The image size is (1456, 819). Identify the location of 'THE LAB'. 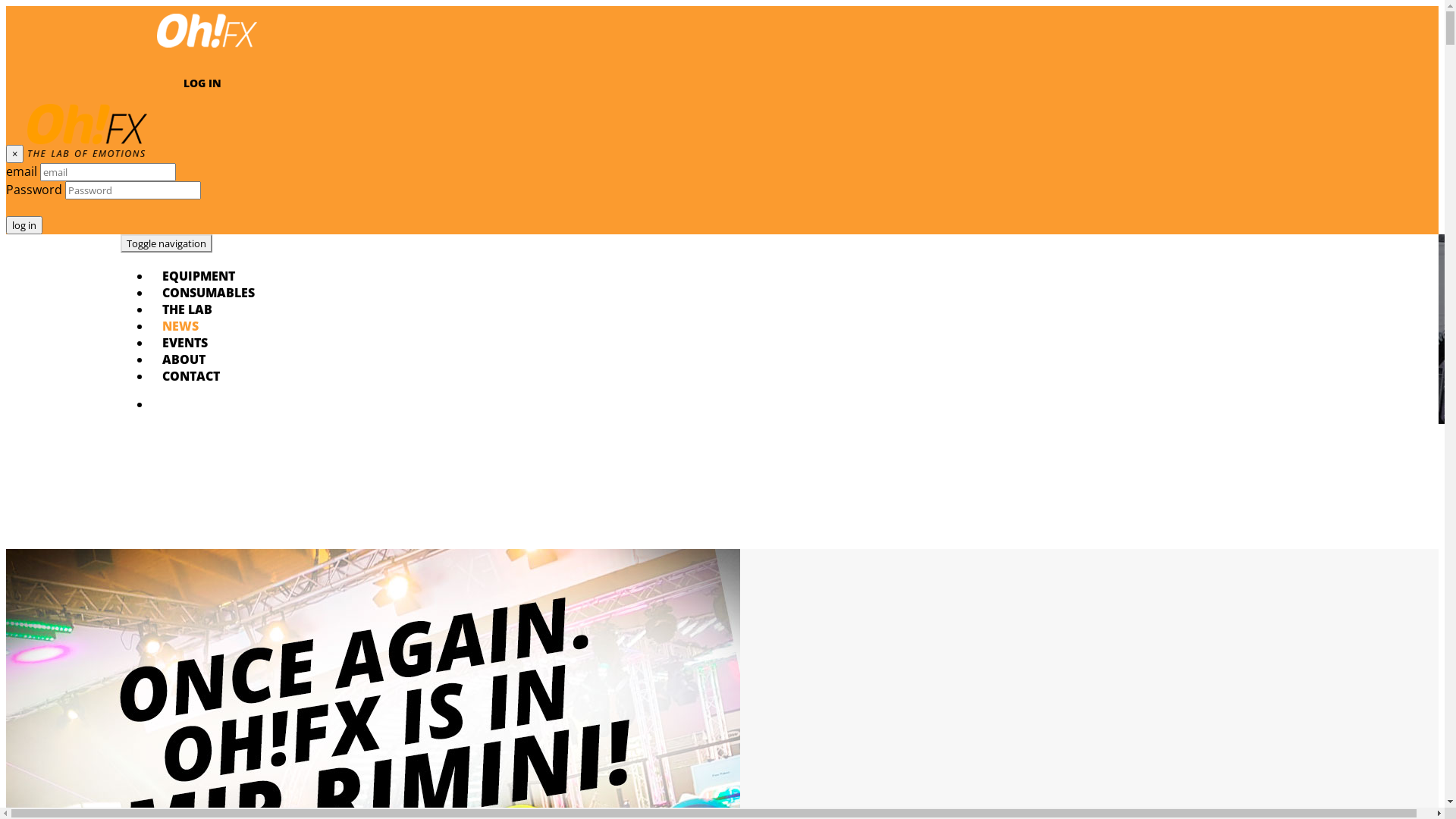
(186, 309).